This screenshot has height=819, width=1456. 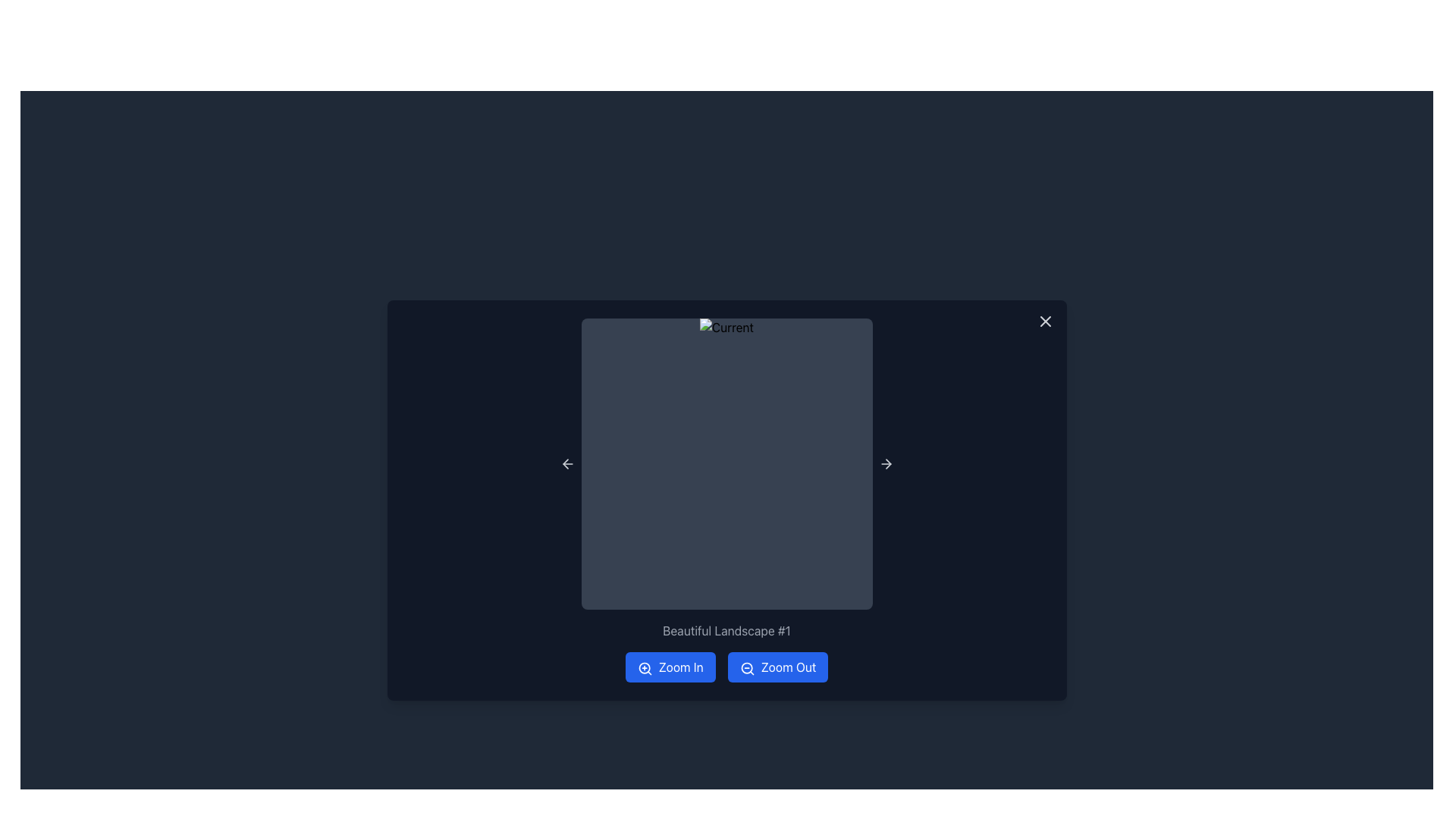 I want to click on the right-pointing arrow icon button located on the far right edge of the image viewer interface, so click(x=886, y=463).